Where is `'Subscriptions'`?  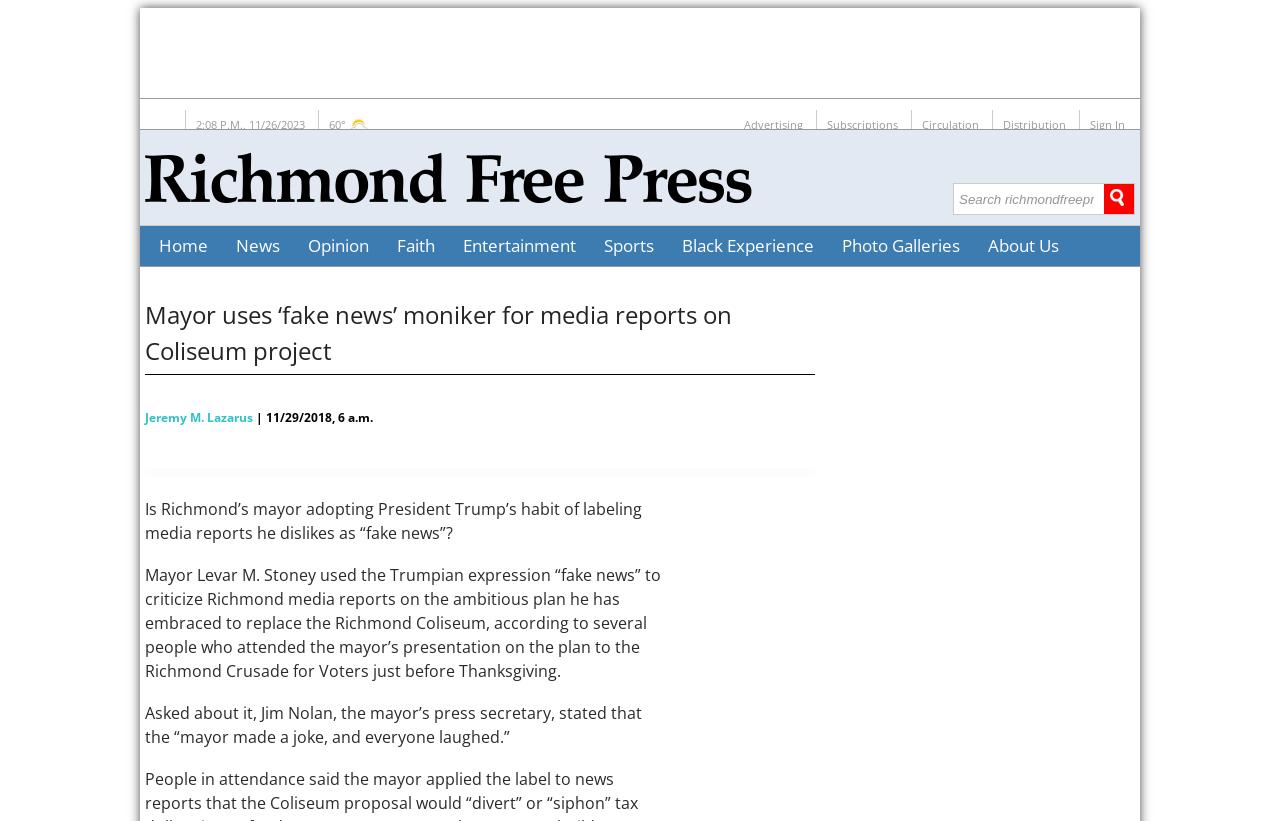 'Subscriptions' is located at coordinates (862, 123).